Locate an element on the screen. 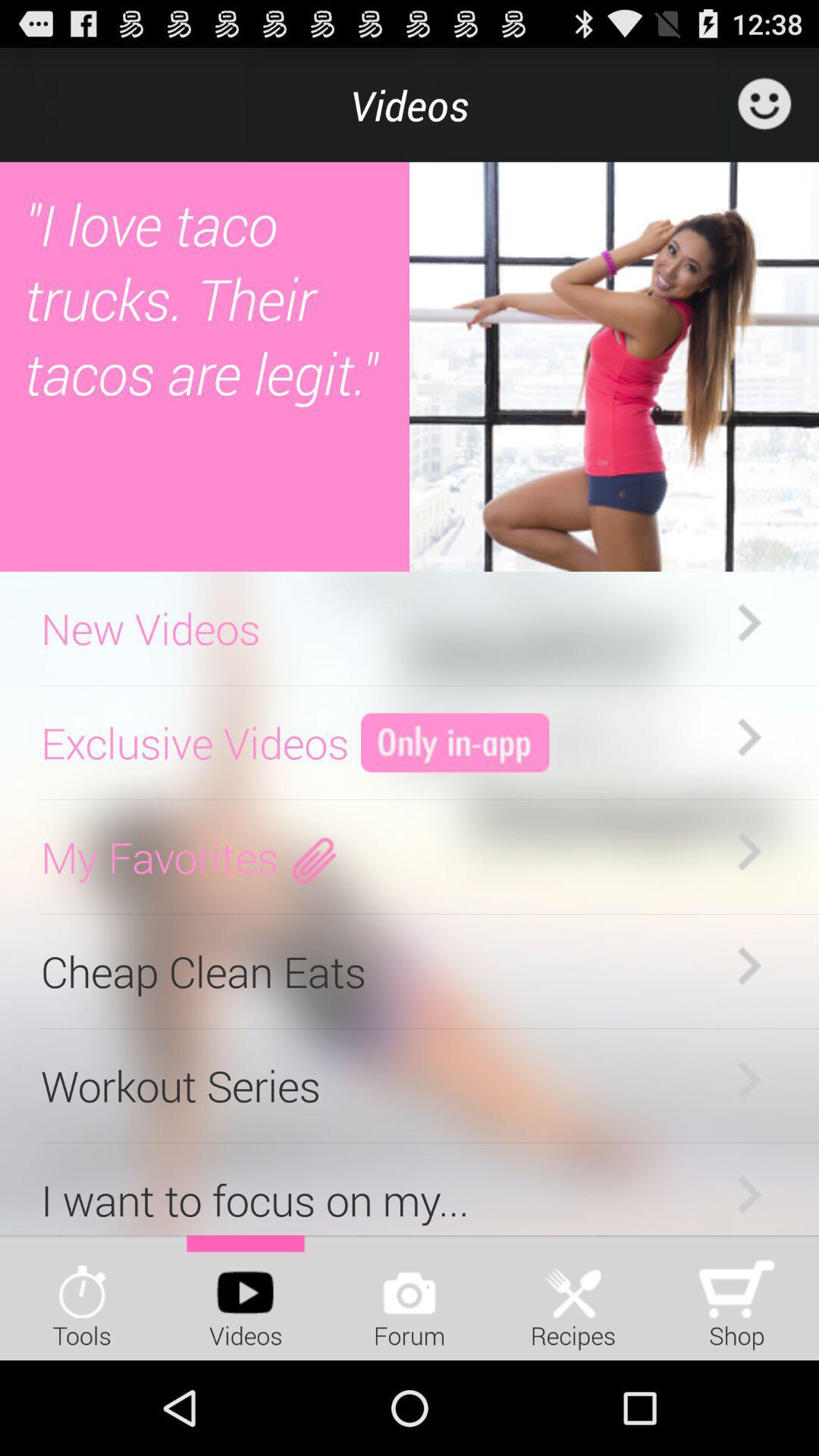  second right arrow is located at coordinates (748, 739).